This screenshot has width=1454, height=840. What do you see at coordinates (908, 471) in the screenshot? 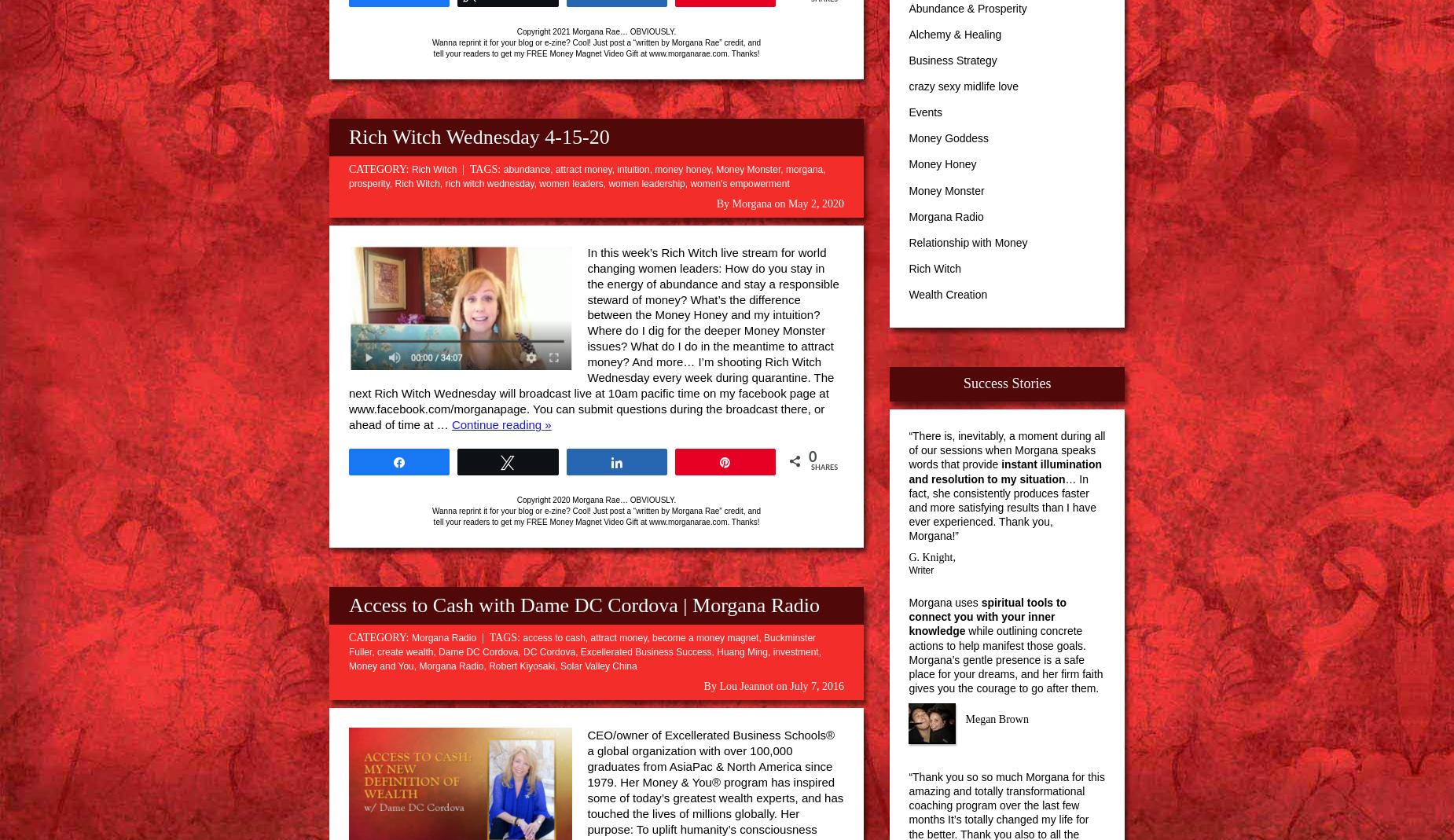
I see `'instant illumination and resolution to my situation'` at bounding box center [908, 471].